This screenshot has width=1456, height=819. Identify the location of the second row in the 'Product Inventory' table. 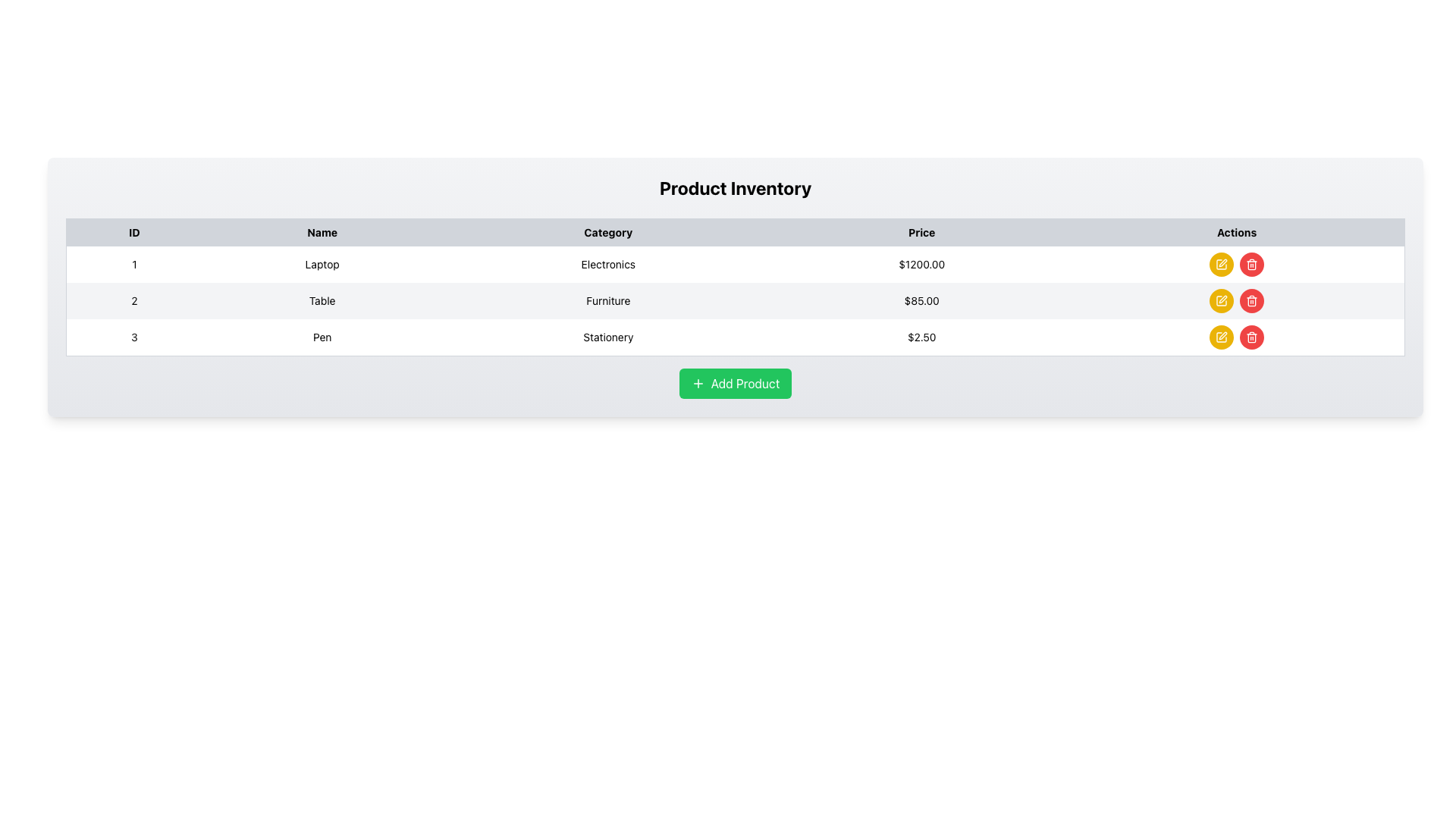
(735, 301).